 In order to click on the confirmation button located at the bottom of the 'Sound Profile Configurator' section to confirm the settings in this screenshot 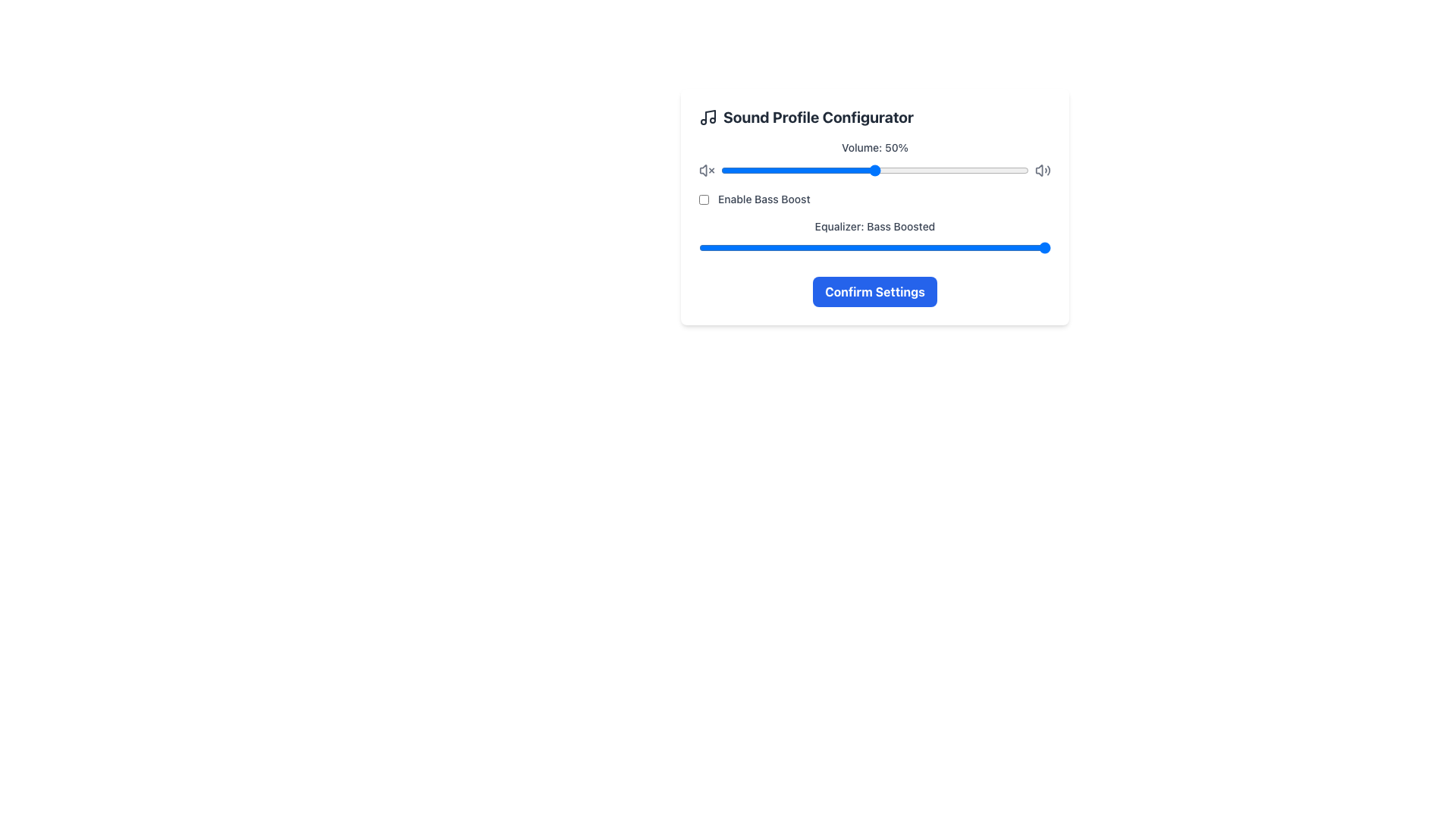, I will do `click(874, 292)`.